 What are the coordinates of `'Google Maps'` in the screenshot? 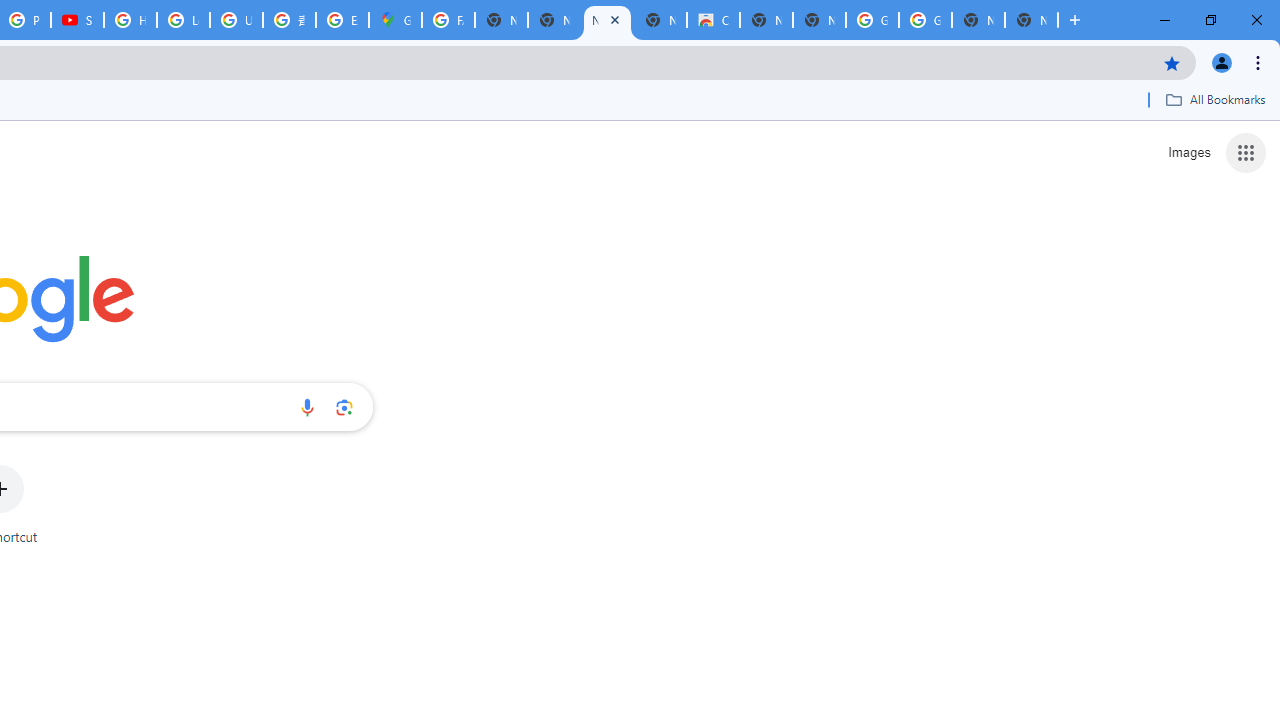 It's located at (395, 20).